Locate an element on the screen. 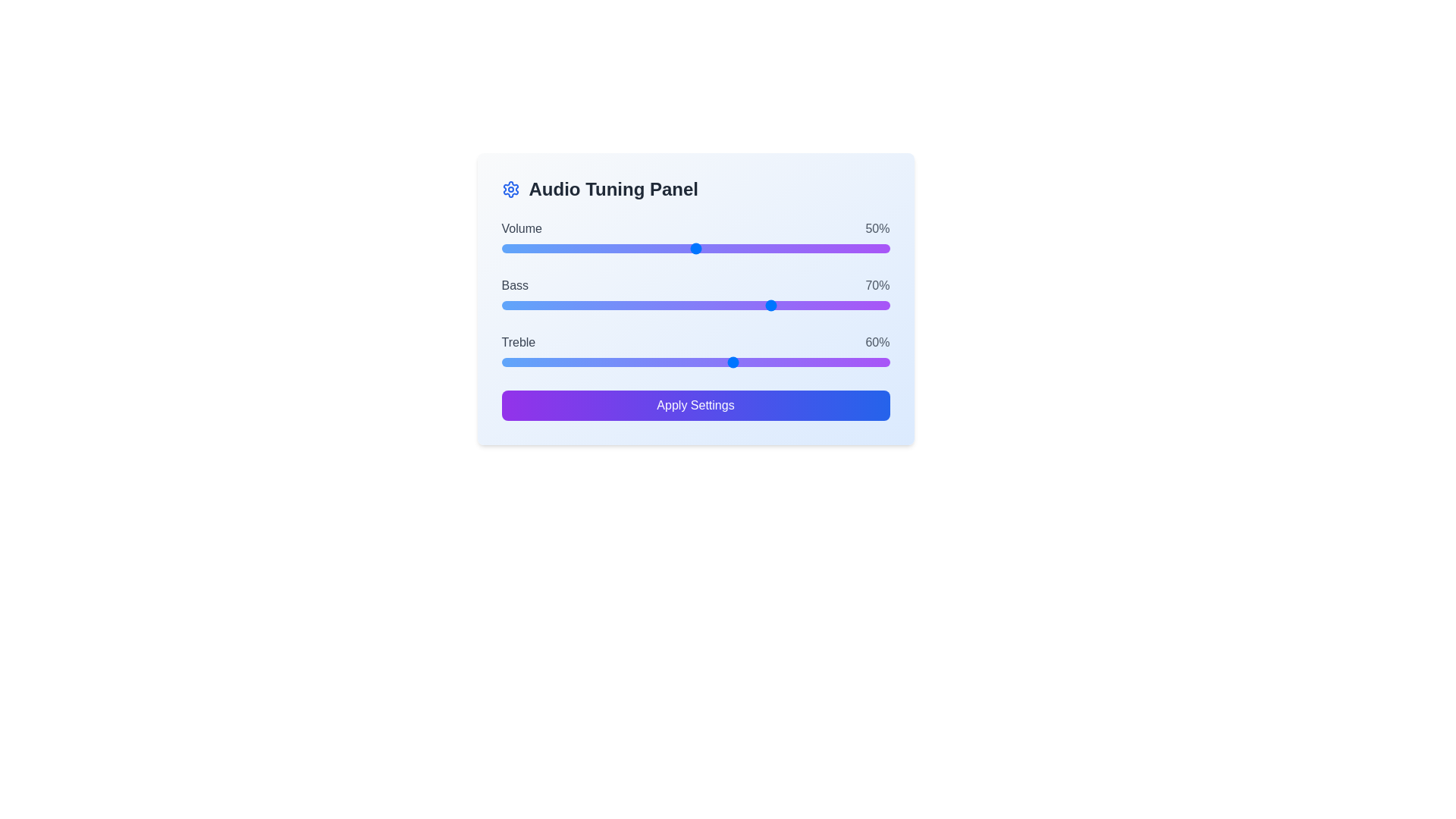 This screenshot has height=819, width=1456. the volume slider is located at coordinates (734, 247).